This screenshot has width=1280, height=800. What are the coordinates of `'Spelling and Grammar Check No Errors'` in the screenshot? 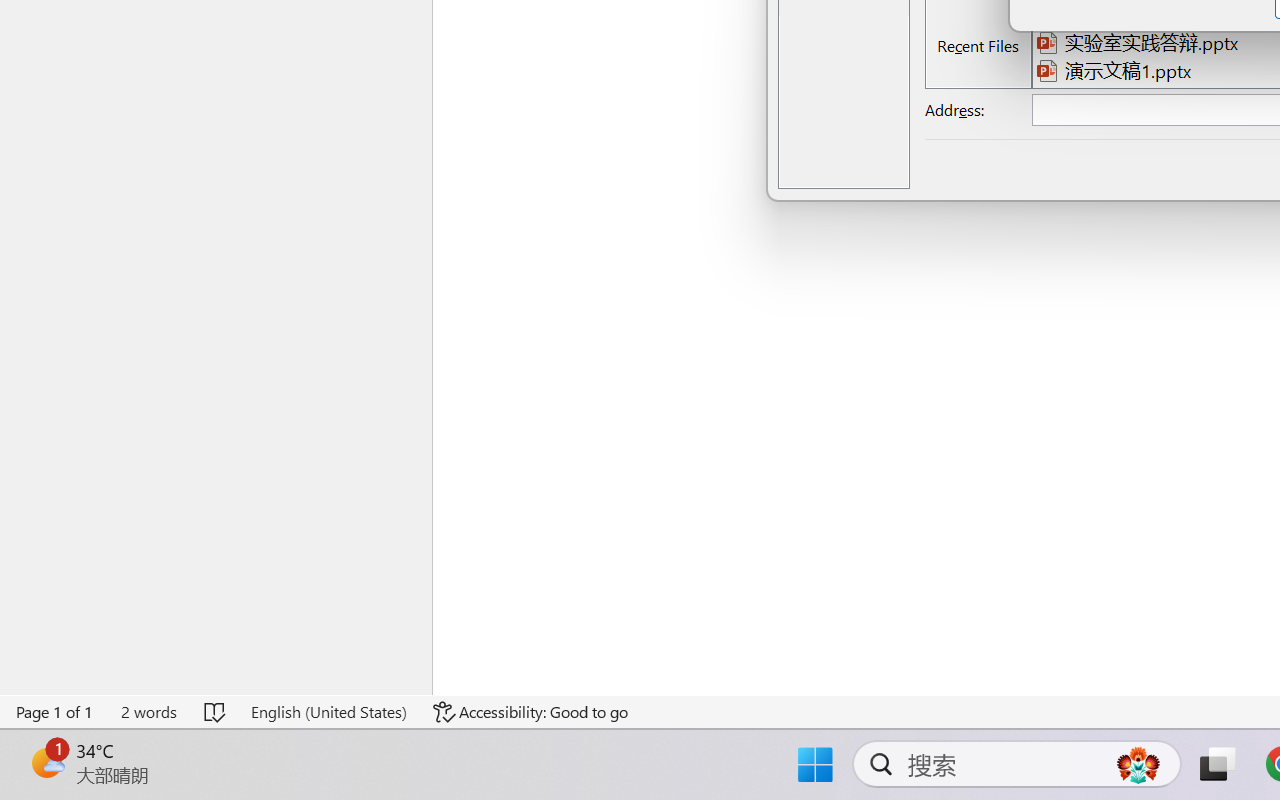 It's located at (216, 711).